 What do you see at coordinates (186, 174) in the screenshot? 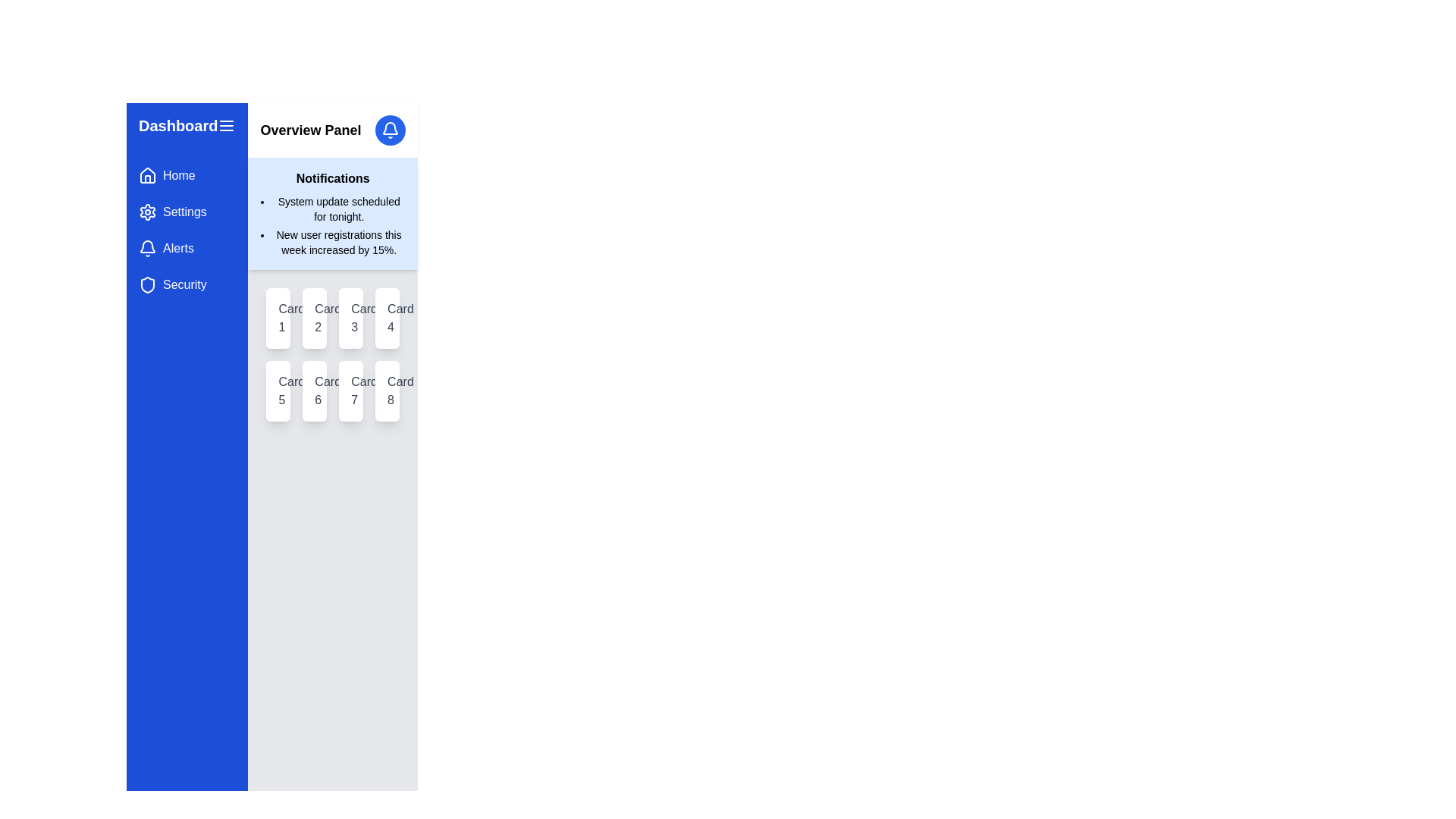
I see `the first menu item in the vertical navigation menu, located below the 'Dashboard' header` at bounding box center [186, 174].